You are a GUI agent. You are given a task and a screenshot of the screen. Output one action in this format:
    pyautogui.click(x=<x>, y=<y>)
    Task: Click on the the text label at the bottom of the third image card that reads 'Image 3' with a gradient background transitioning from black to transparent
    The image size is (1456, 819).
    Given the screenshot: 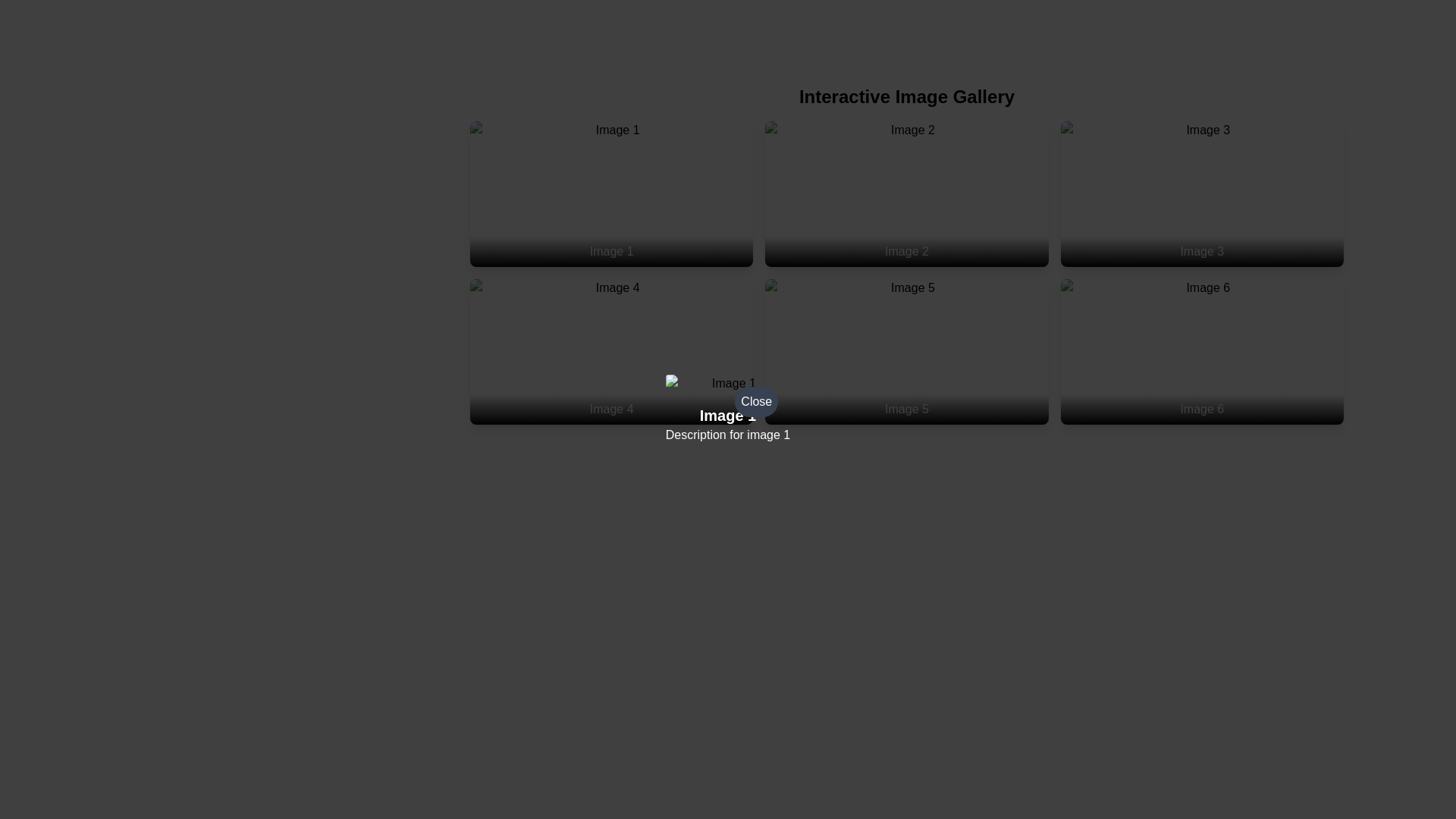 What is the action you would take?
    pyautogui.click(x=1201, y=250)
    